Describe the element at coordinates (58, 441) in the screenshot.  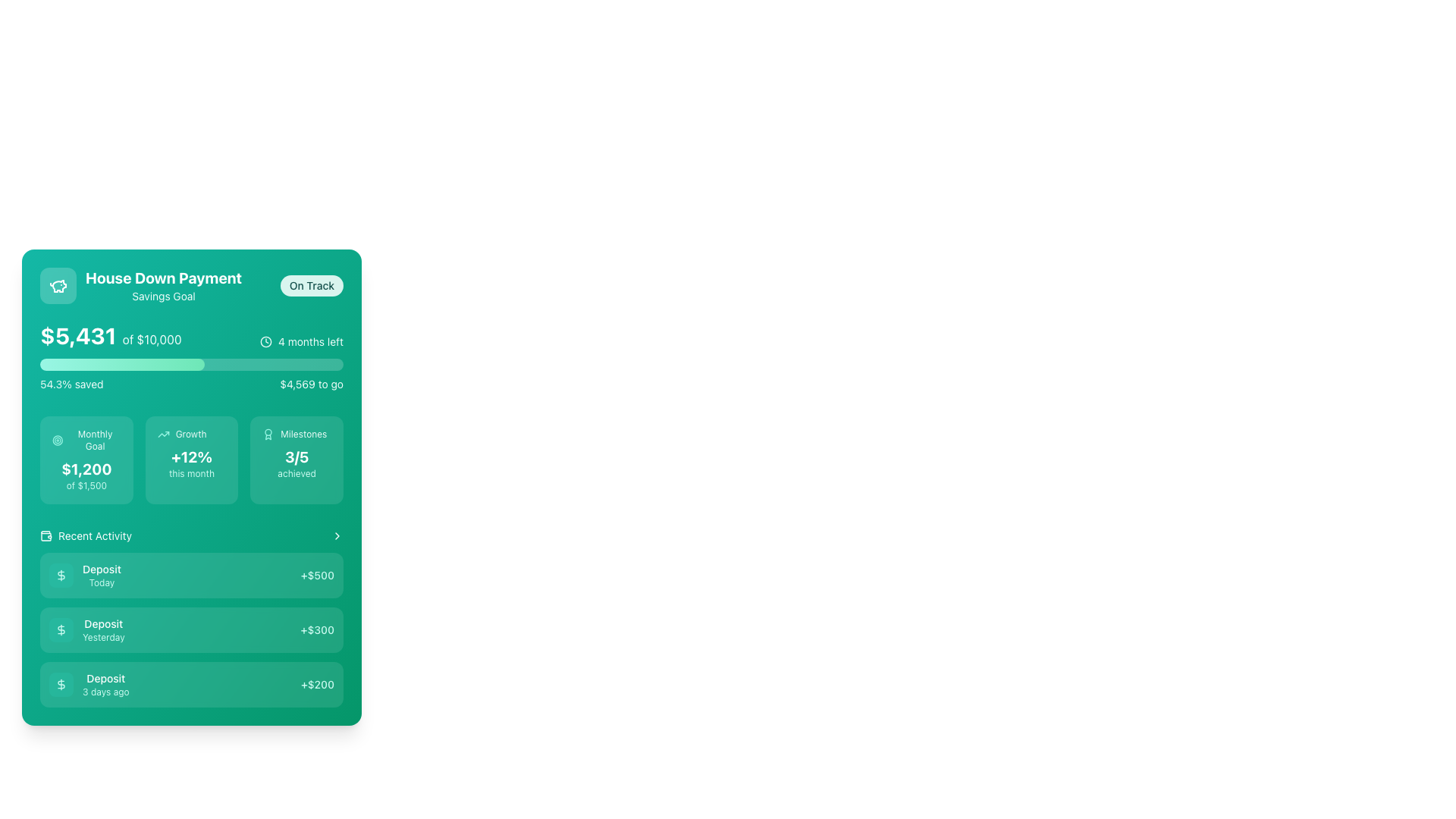
I see `the outermost circle of the graphical target icon located in the upper left corner of the saving goal information card` at that location.